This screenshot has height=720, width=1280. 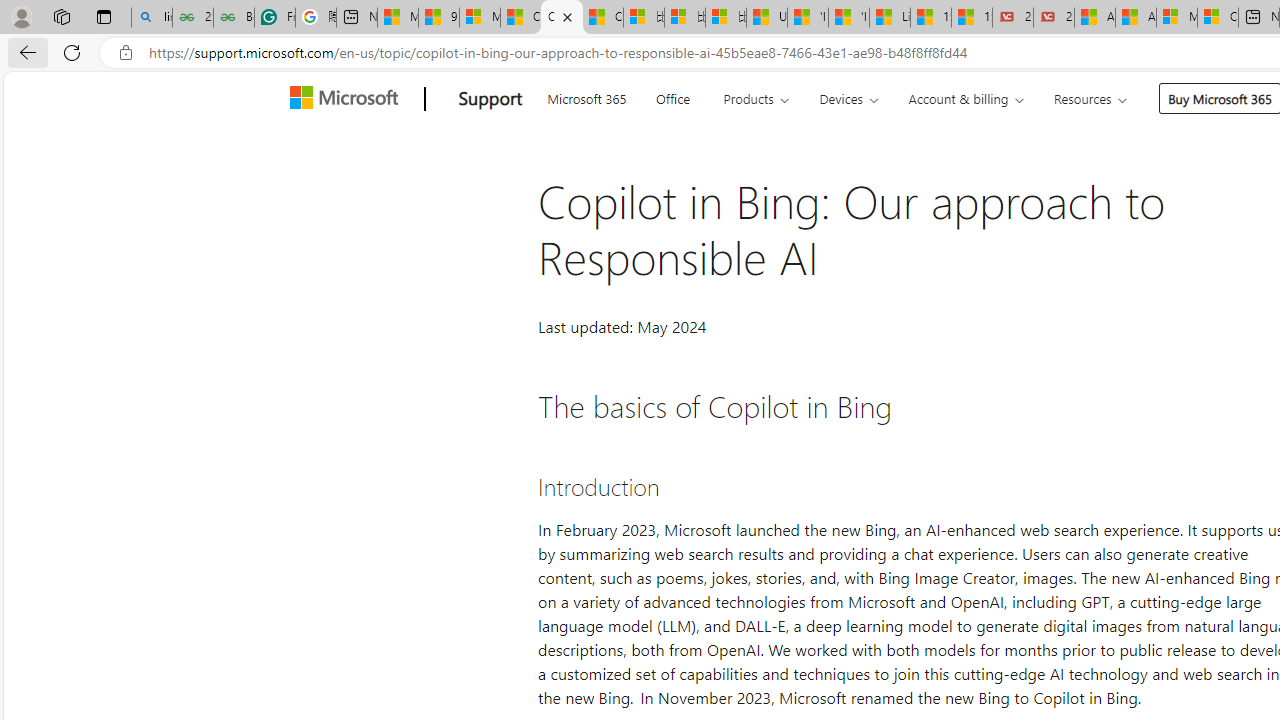 I want to click on 'Close tab', so click(x=566, y=17).